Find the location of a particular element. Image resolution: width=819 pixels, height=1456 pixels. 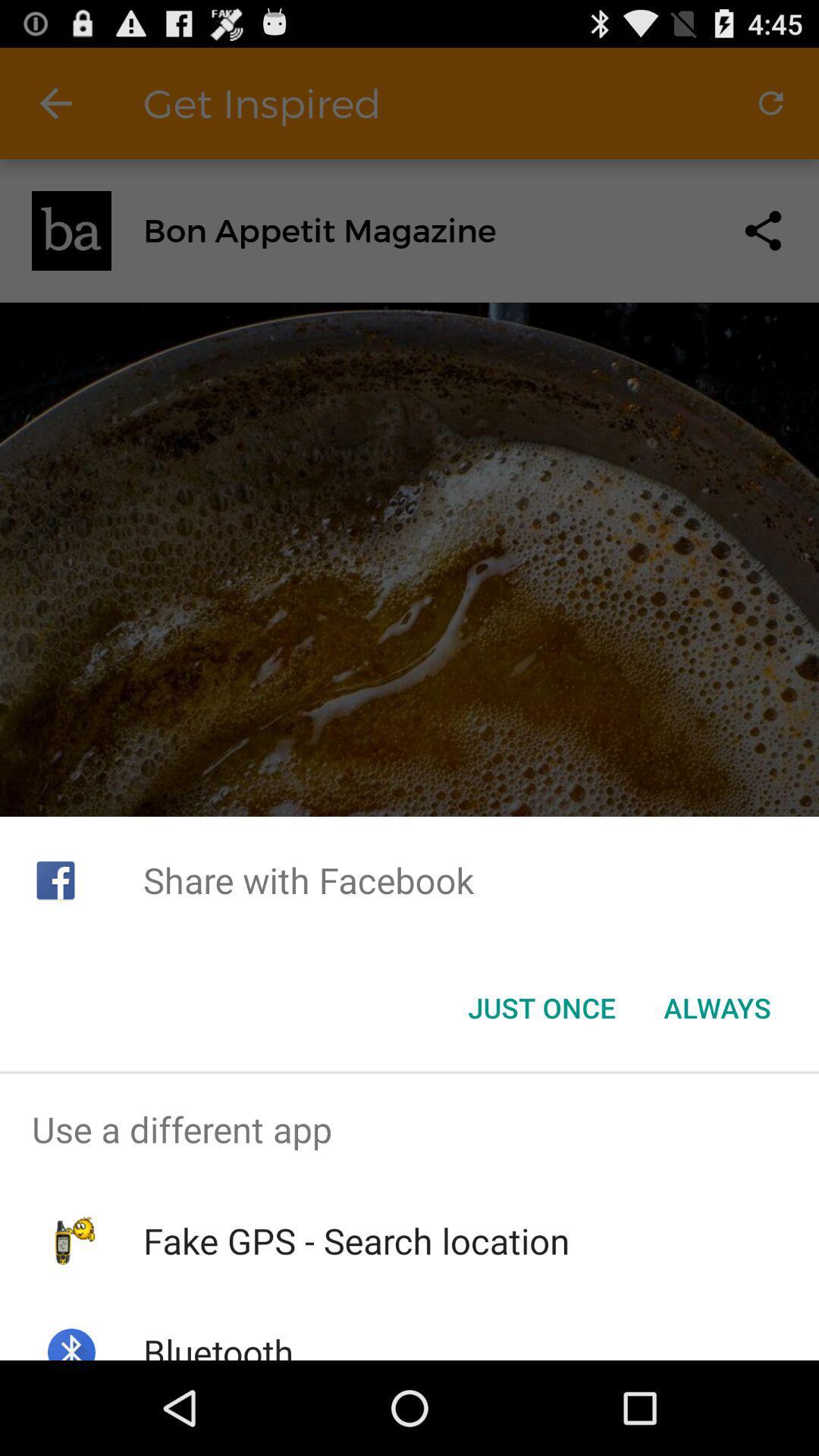

the item next to always is located at coordinates (541, 1008).